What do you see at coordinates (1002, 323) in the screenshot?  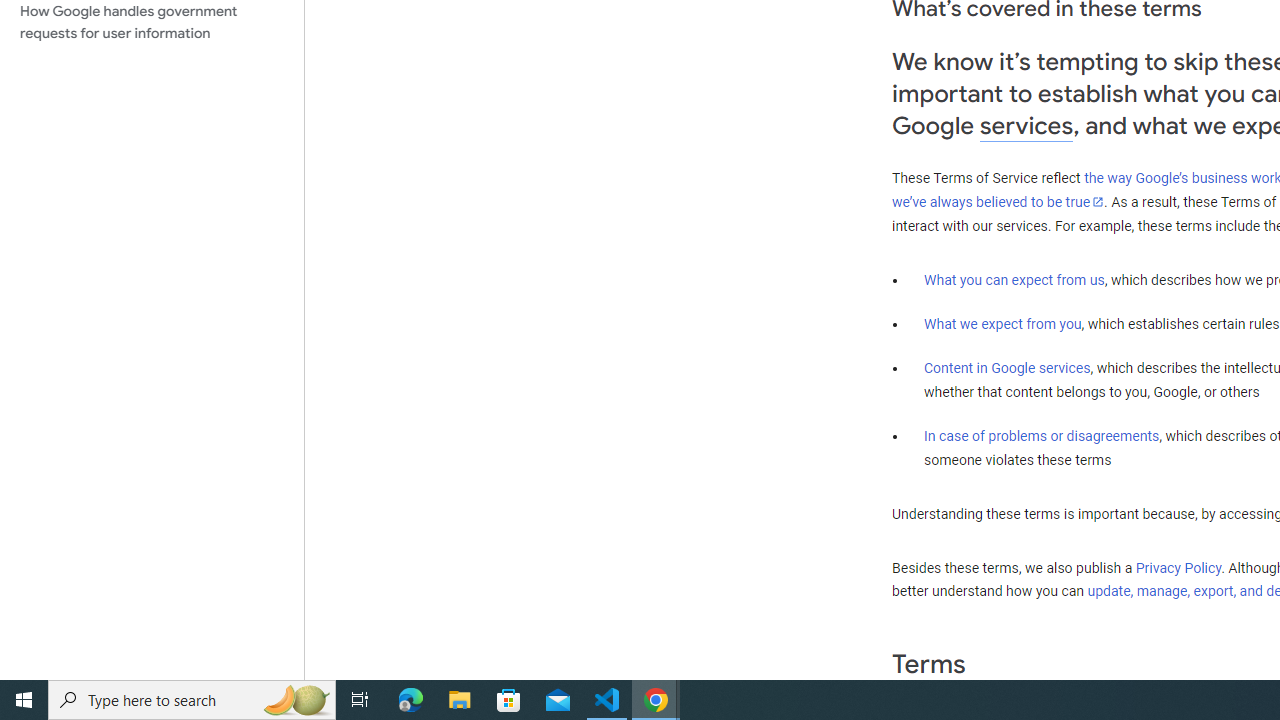 I see `'What we expect from you'` at bounding box center [1002, 323].